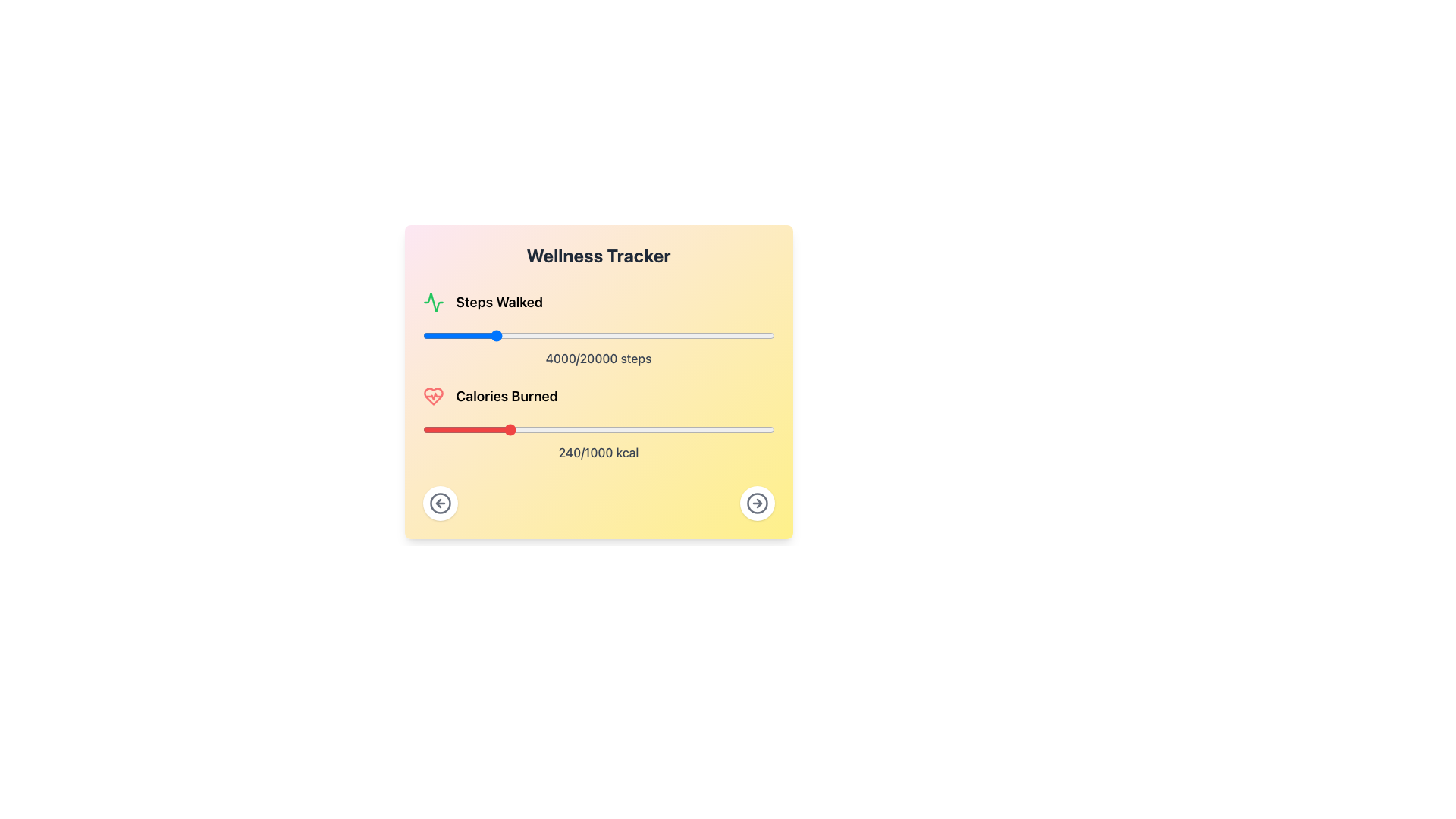 The width and height of the screenshot is (1456, 819). What do you see at coordinates (591, 430) in the screenshot?
I see `the calories burned slider` at bounding box center [591, 430].